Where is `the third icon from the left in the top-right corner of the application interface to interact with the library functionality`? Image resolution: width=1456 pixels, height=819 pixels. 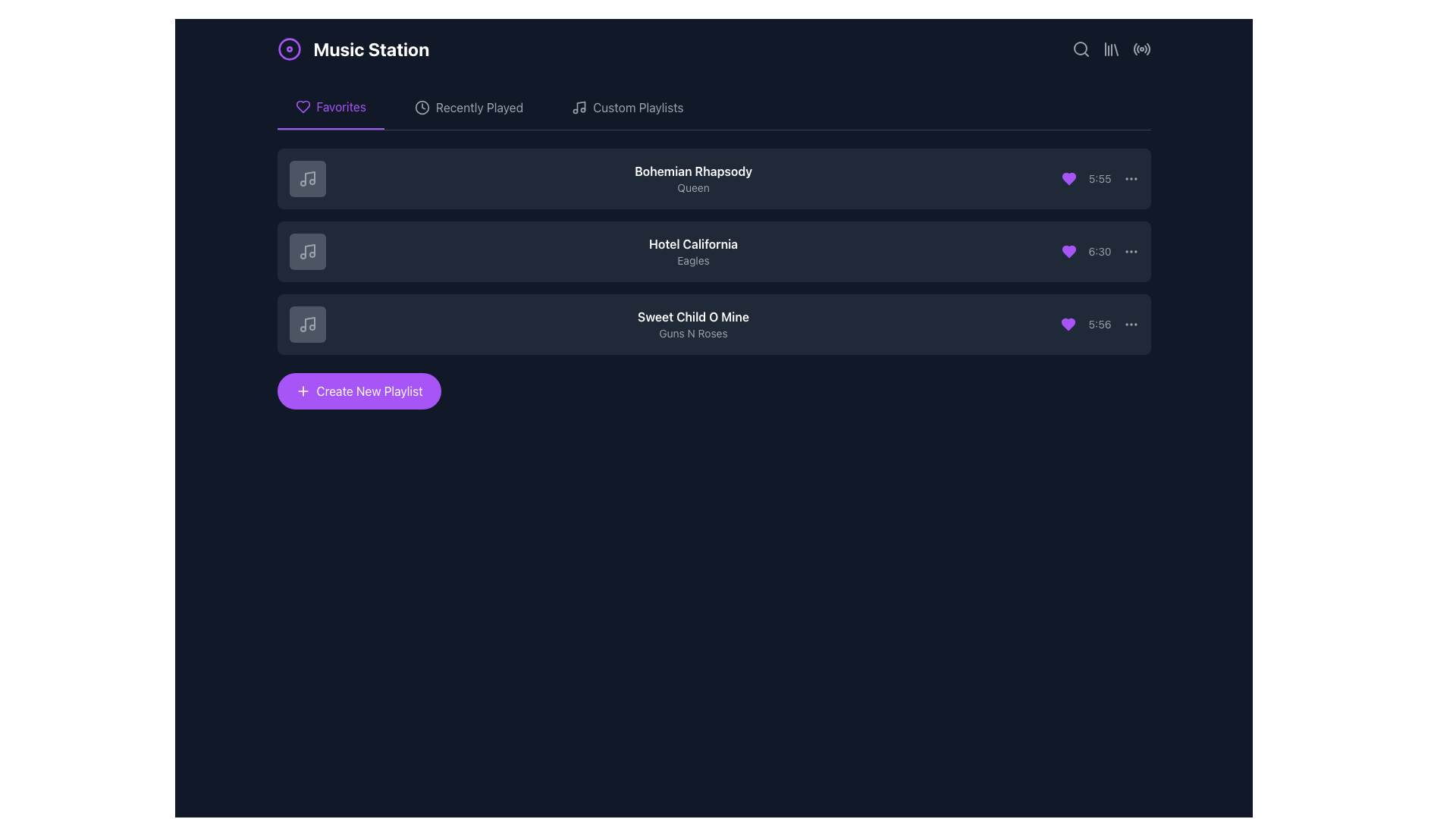 the third icon from the left in the top-right corner of the application interface to interact with the library functionality is located at coordinates (1111, 49).